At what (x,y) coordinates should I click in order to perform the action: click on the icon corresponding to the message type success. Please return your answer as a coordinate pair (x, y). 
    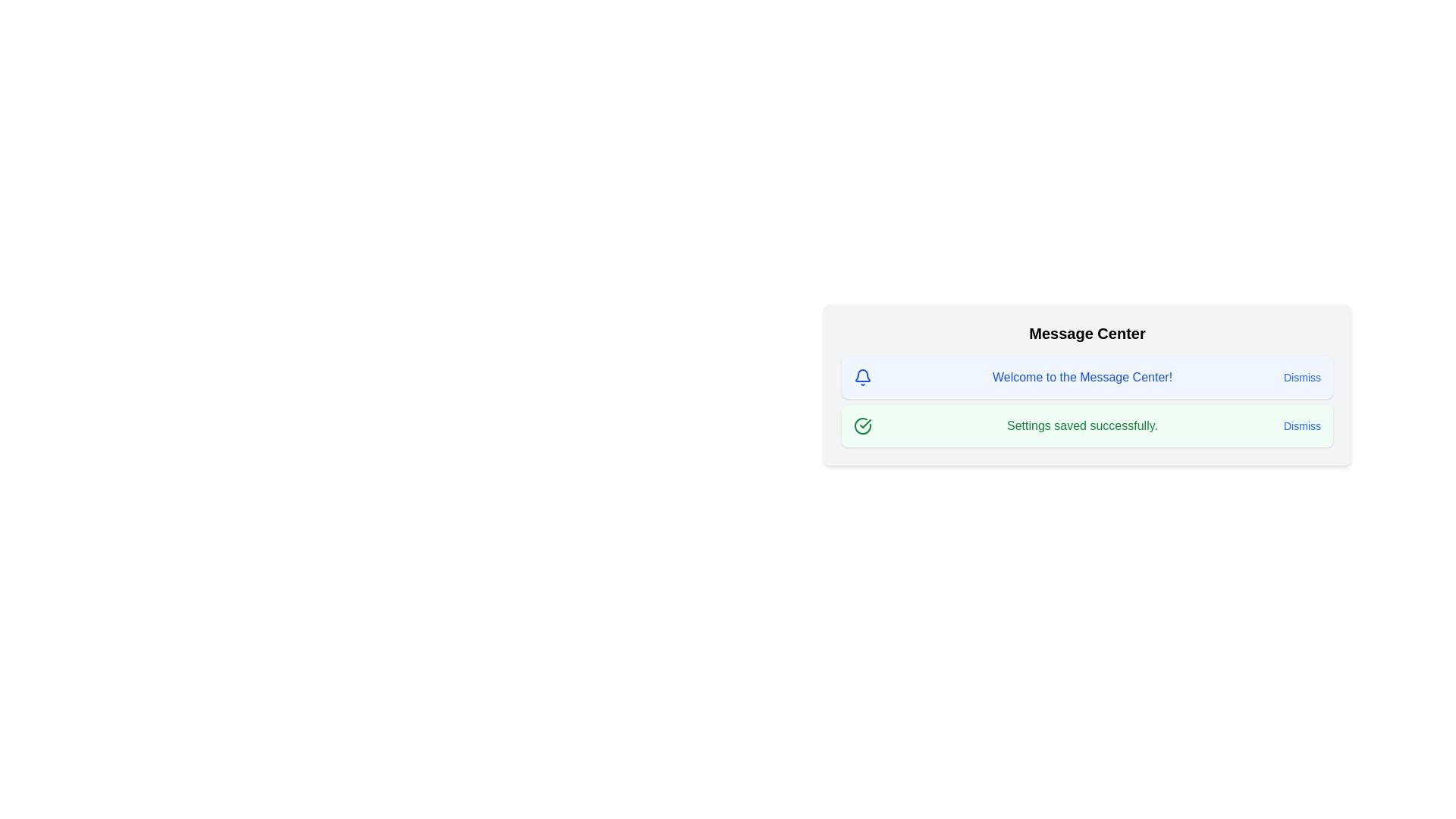
    Looking at the image, I should click on (862, 426).